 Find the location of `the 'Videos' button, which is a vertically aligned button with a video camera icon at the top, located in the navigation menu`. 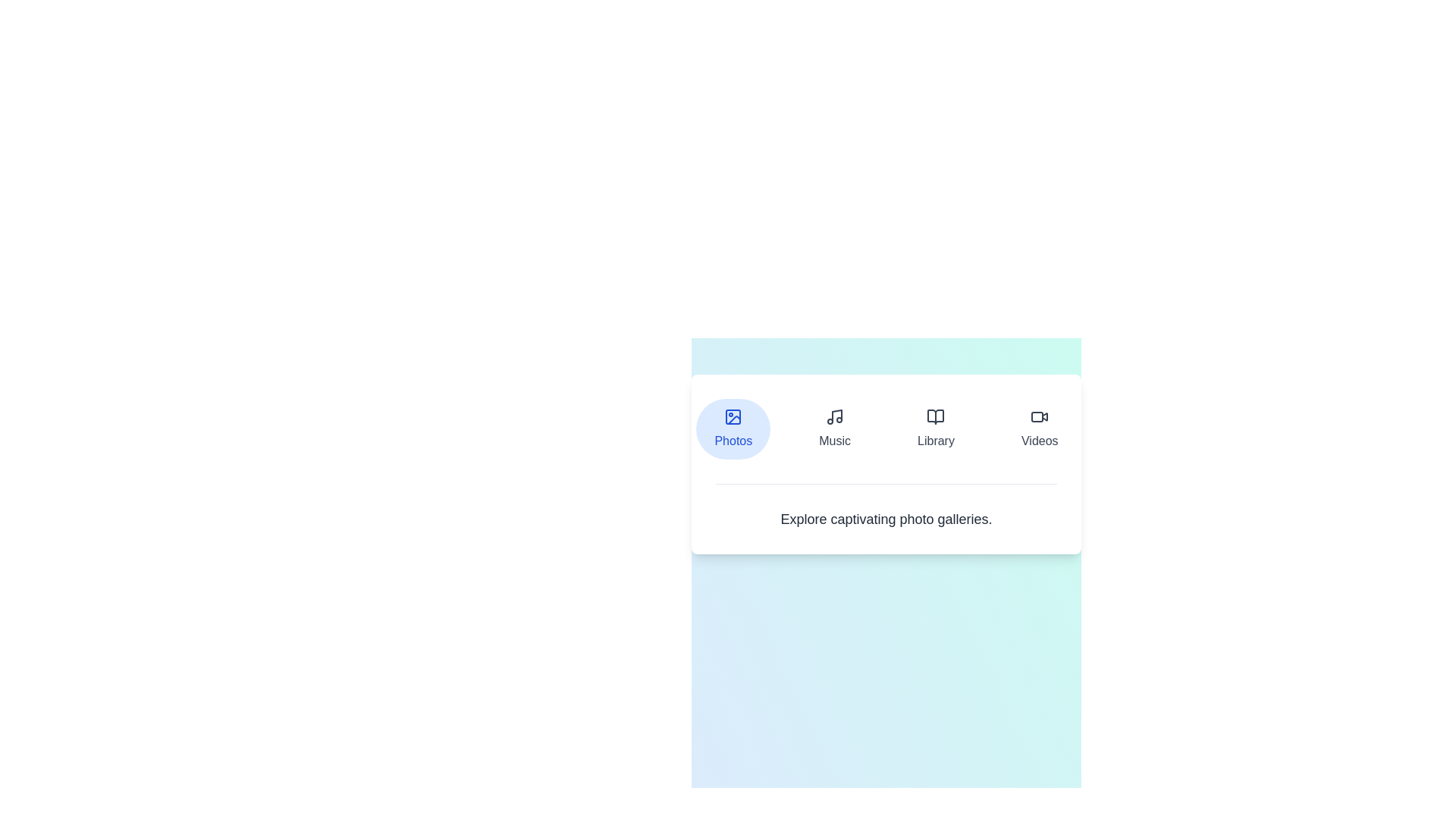

the 'Videos' button, which is a vertically aligned button with a video camera icon at the top, located in the navigation menu is located at coordinates (1039, 429).